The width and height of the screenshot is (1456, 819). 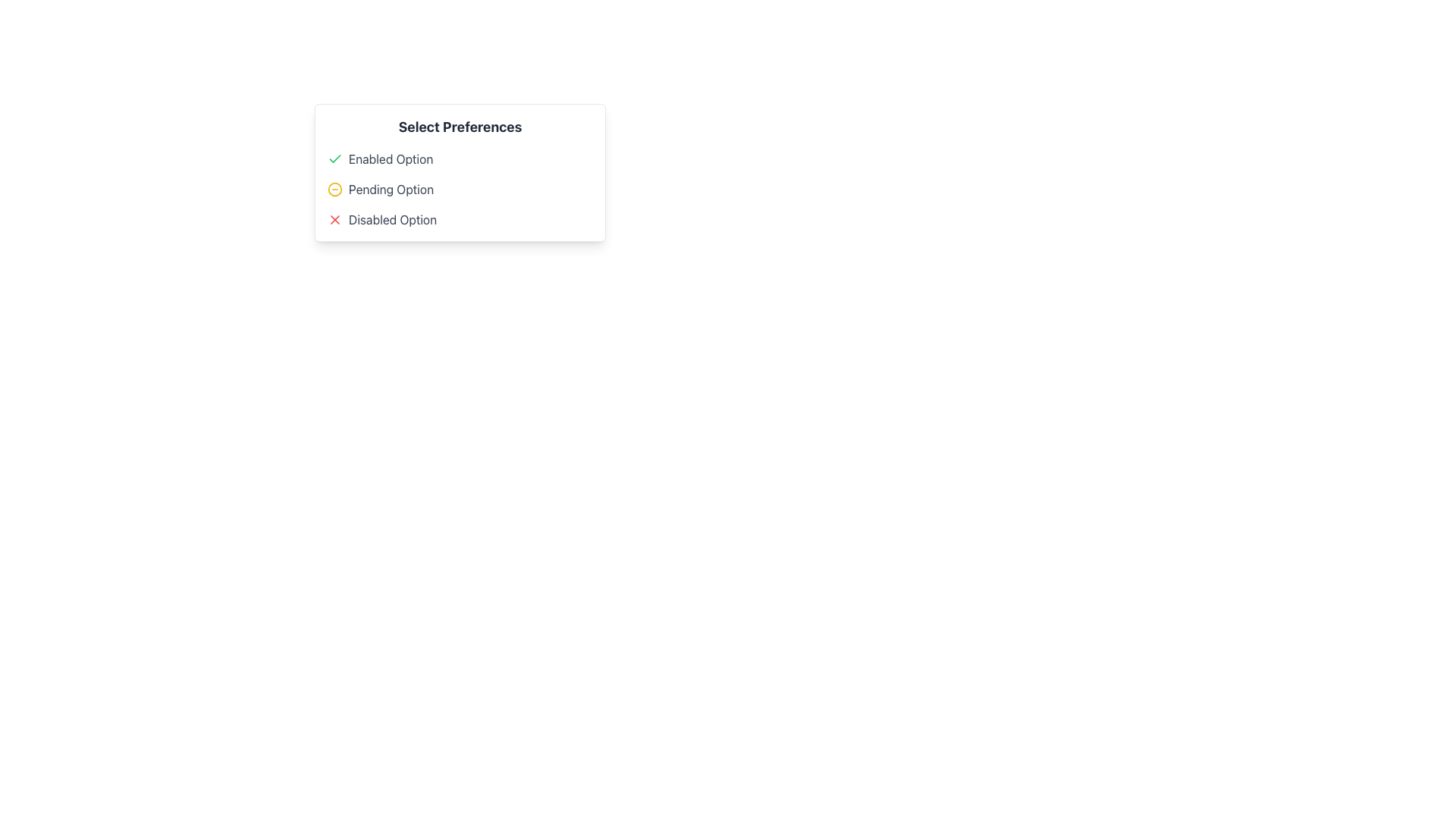 I want to click on the icon representing the disabled status of the associated option in the 'Select Preferences' box, located to the left of the text 'Disabled Option' in the third row, so click(x=334, y=219).